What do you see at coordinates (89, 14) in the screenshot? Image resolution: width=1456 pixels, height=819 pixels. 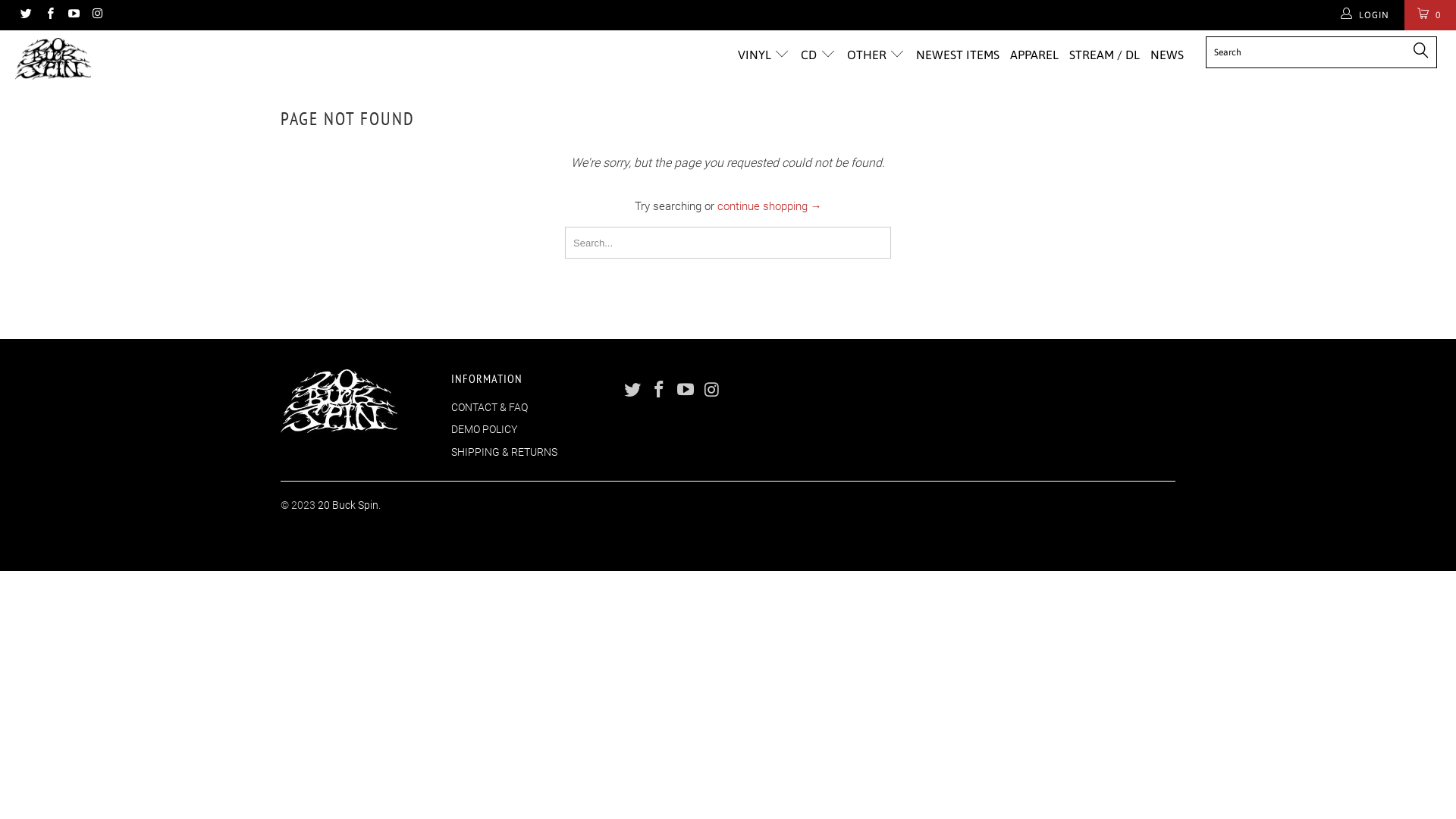 I see `'20 Buck Spin on Instagram'` at bounding box center [89, 14].